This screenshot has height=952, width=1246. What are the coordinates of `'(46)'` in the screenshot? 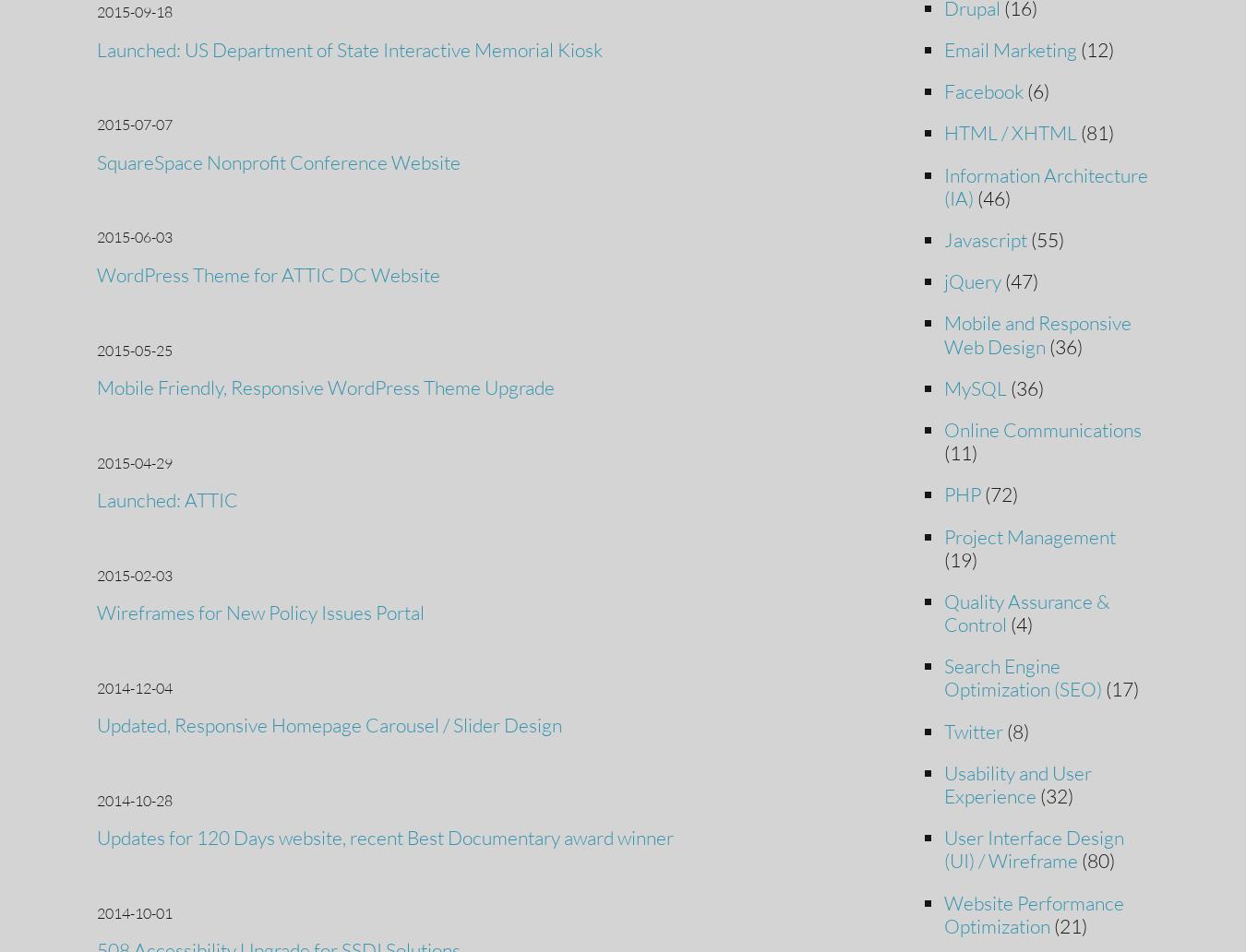 It's located at (991, 196).